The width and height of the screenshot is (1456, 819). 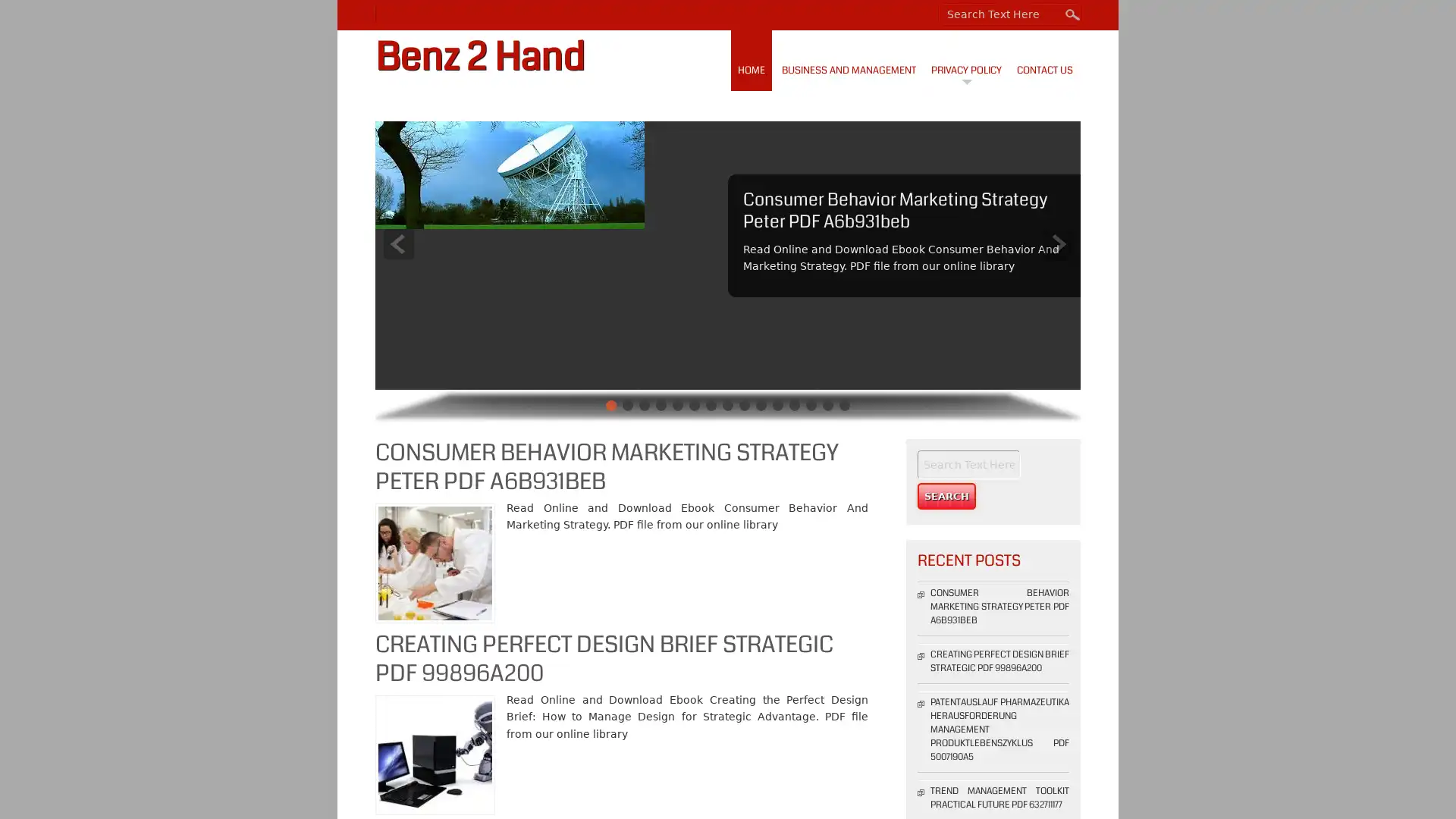 What do you see at coordinates (946, 496) in the screenshot?
I see `Search` at bounding box center [946, 496].